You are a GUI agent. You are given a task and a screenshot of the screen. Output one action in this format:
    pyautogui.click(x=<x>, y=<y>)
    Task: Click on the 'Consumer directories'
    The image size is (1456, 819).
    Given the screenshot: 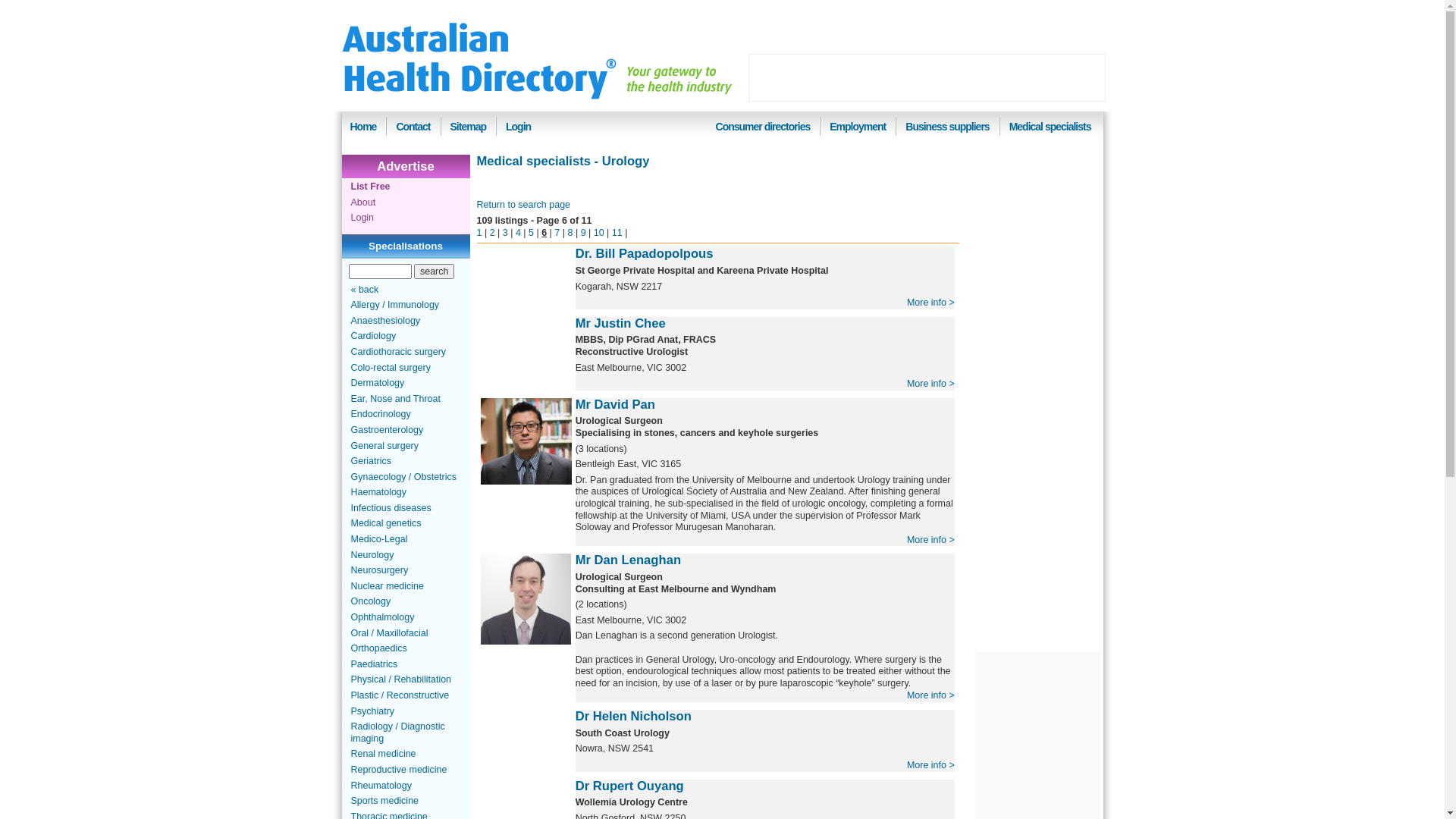 What is the action you would take?
    pyautogui.click(x=763, y=125)
    